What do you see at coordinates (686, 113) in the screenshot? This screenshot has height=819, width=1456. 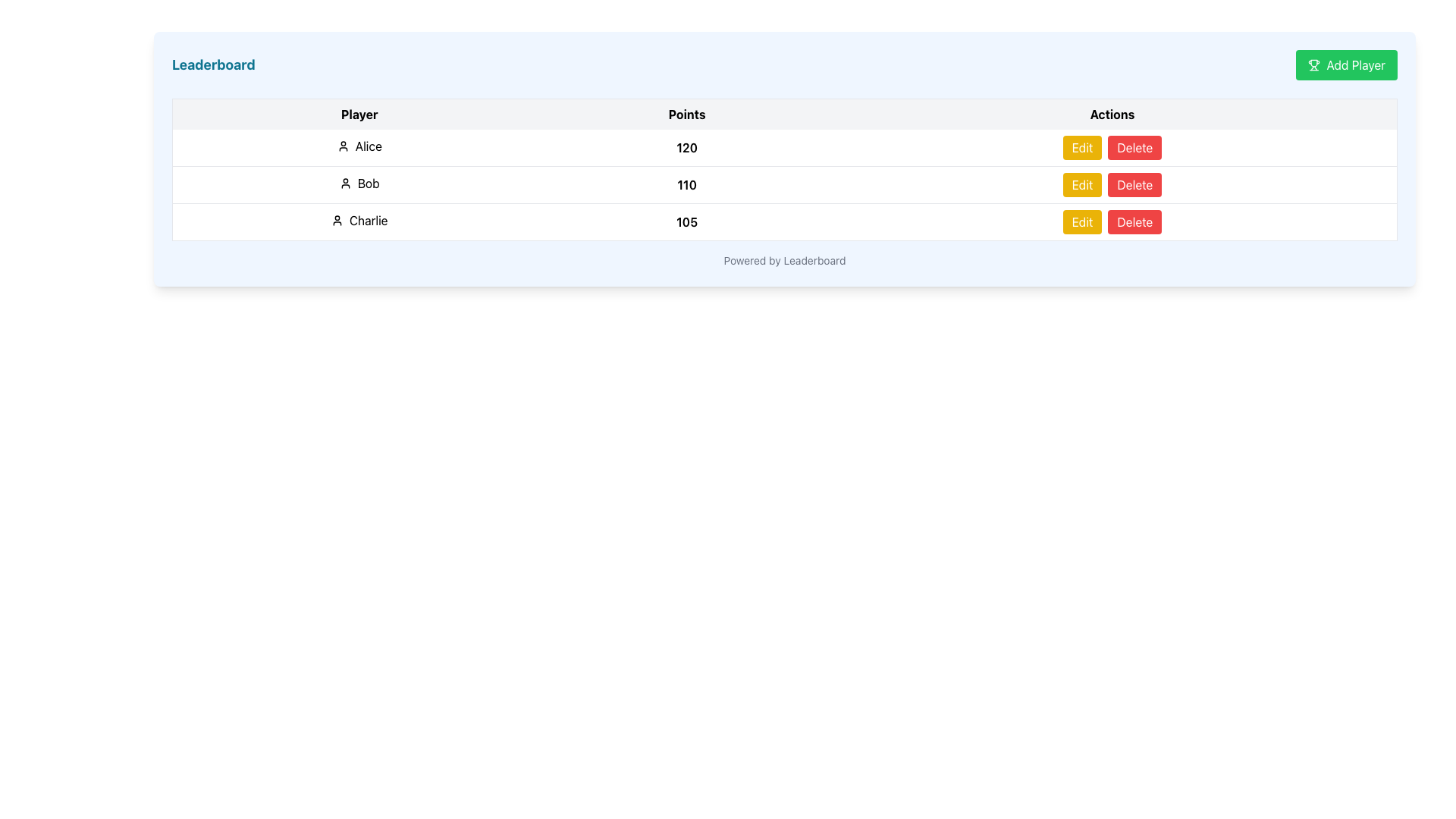 I see `the header label for the 'Points' column, which is centrally aligned in the second column of the table's header row between 'Player' and 'Actions'` at bounding box center [686, 113].